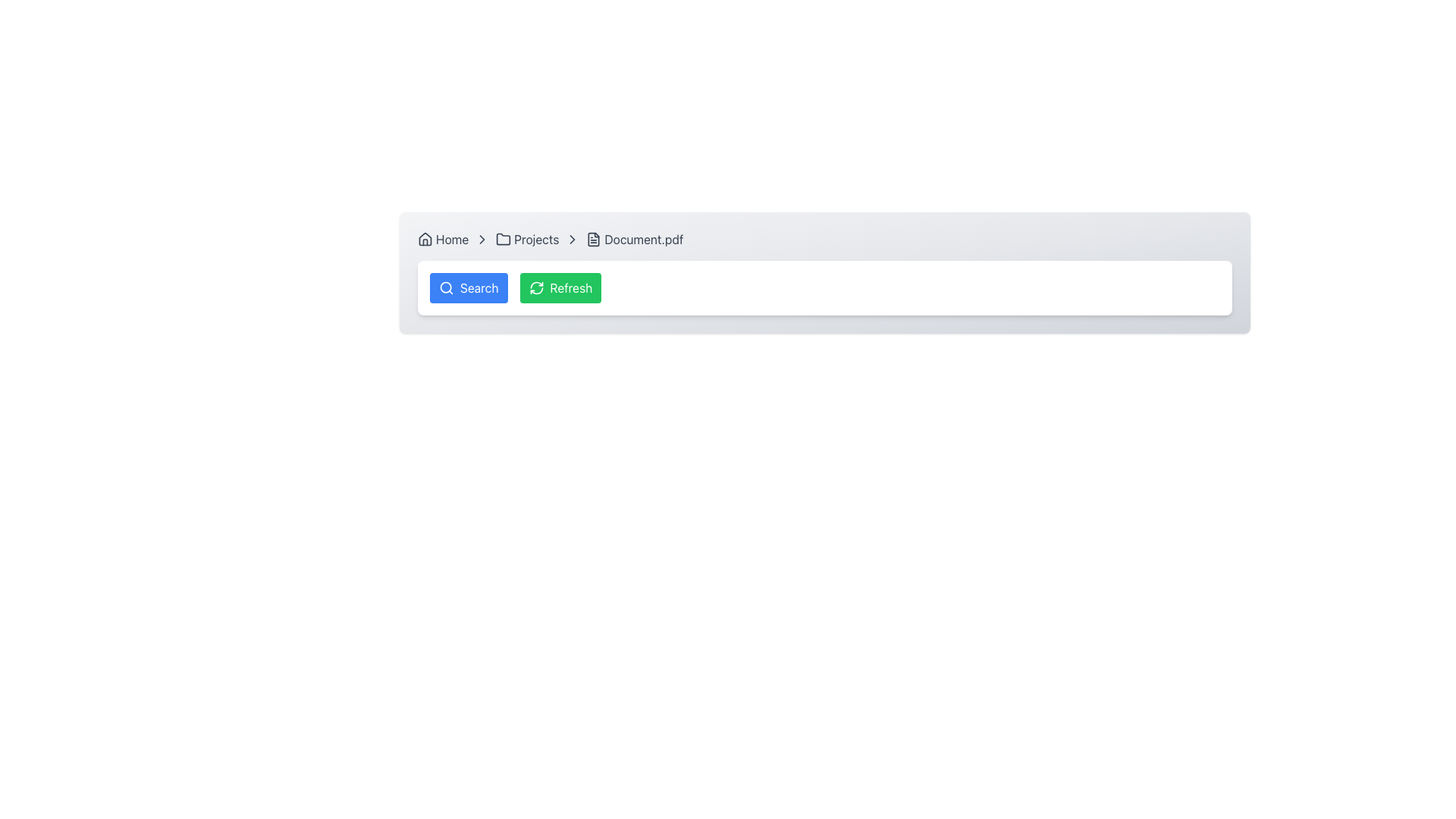 This screenshot has width=1456, height=819. Describe the element at coordinates (468, 288) in the screenshot. I see `the blue 'Search' button with a white search icon and text for keyboard interaction` at that location.